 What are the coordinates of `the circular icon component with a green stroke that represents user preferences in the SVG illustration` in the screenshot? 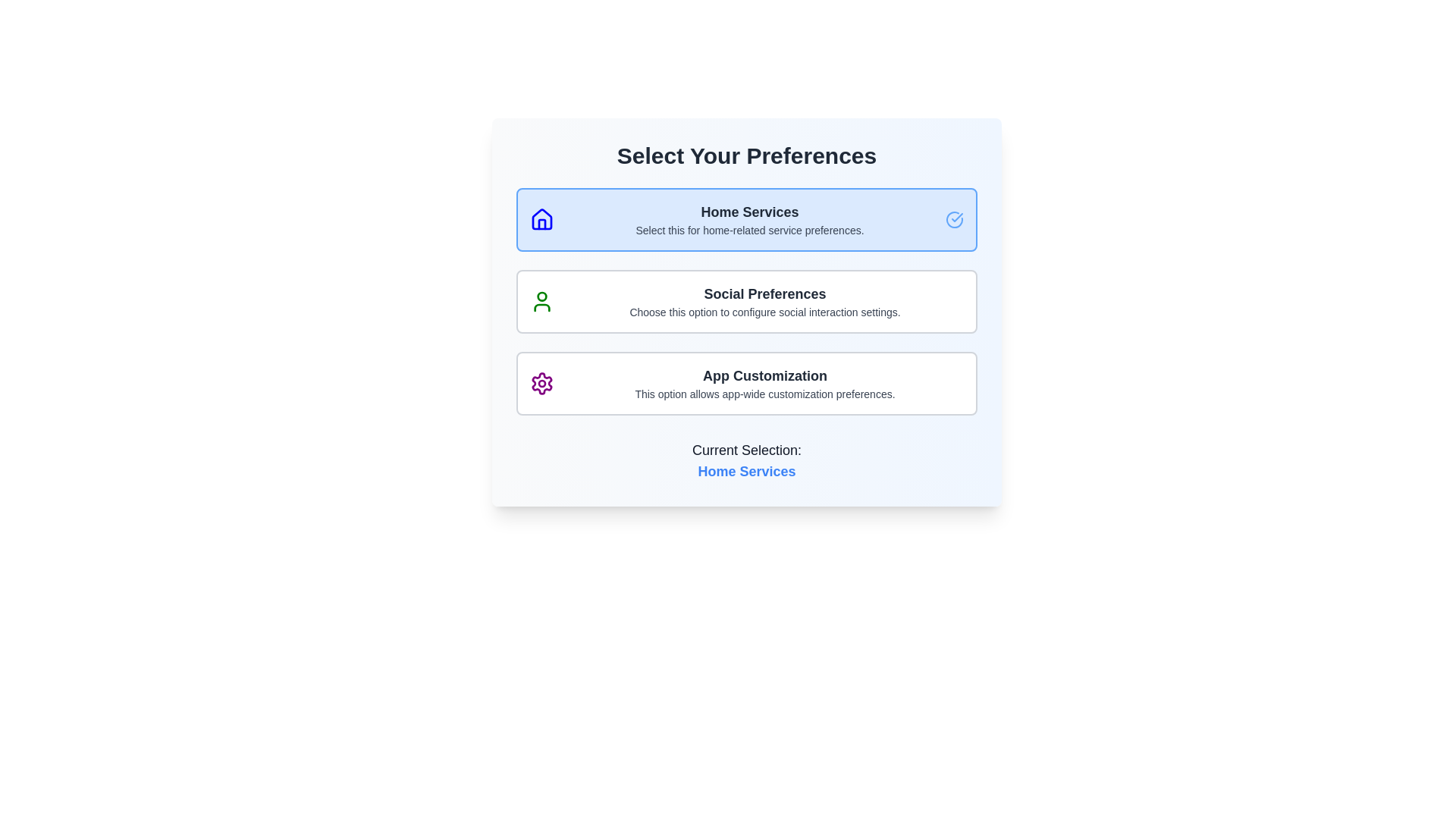 It's located at (542, 296).